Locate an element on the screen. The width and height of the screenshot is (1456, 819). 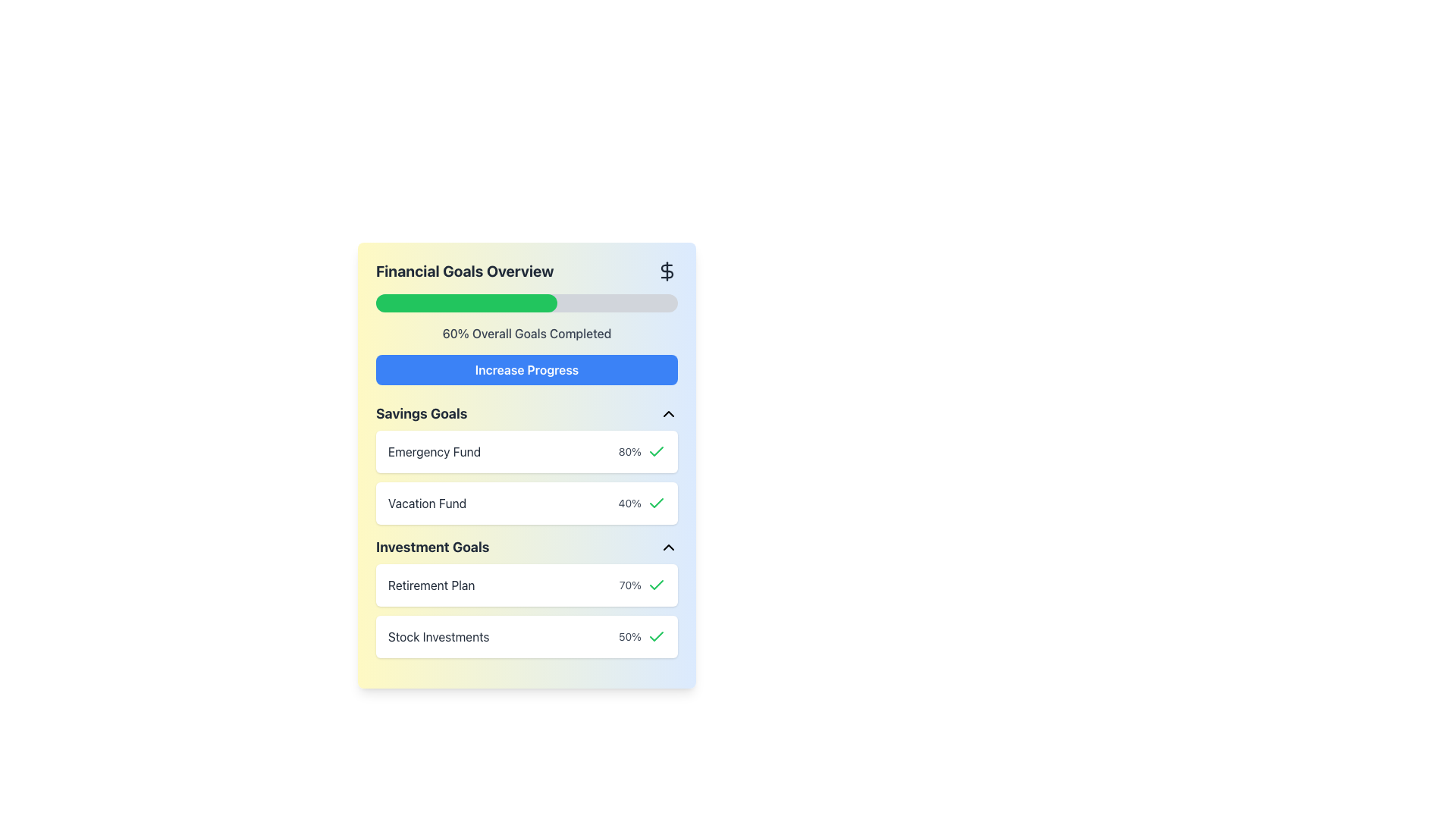
the text element that labels the section related to savings goals, located beneath the 'Increase Progress' button and above the 'Emergency Fund' and 'Vacation Fund' items is located at coordinates (422, 414).